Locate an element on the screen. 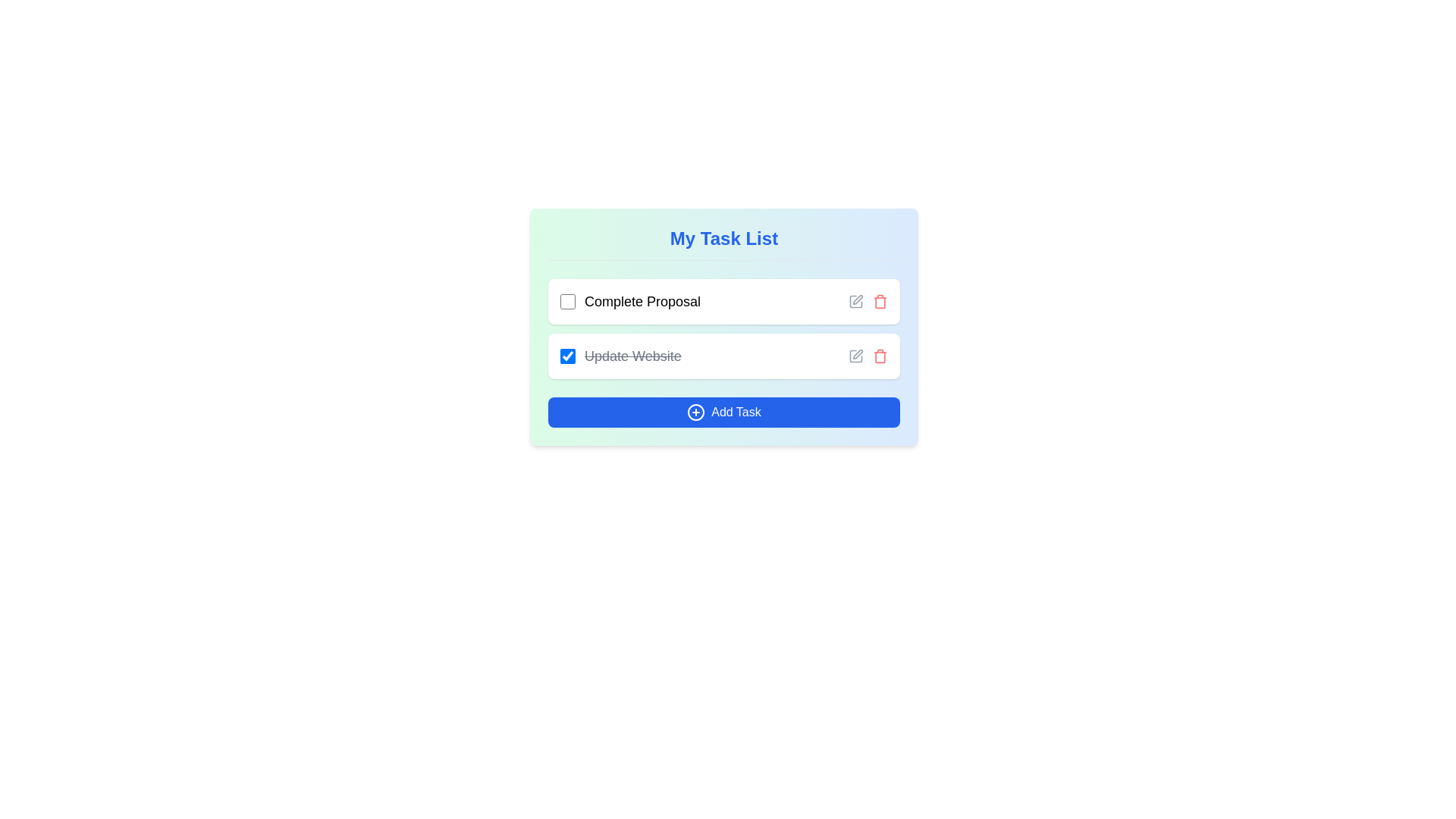  the edit icon, which resembles a diagonal pen drawing movement, located to the right of the 'Update Website' text in the task list interface is located at coordinates (858, 300).